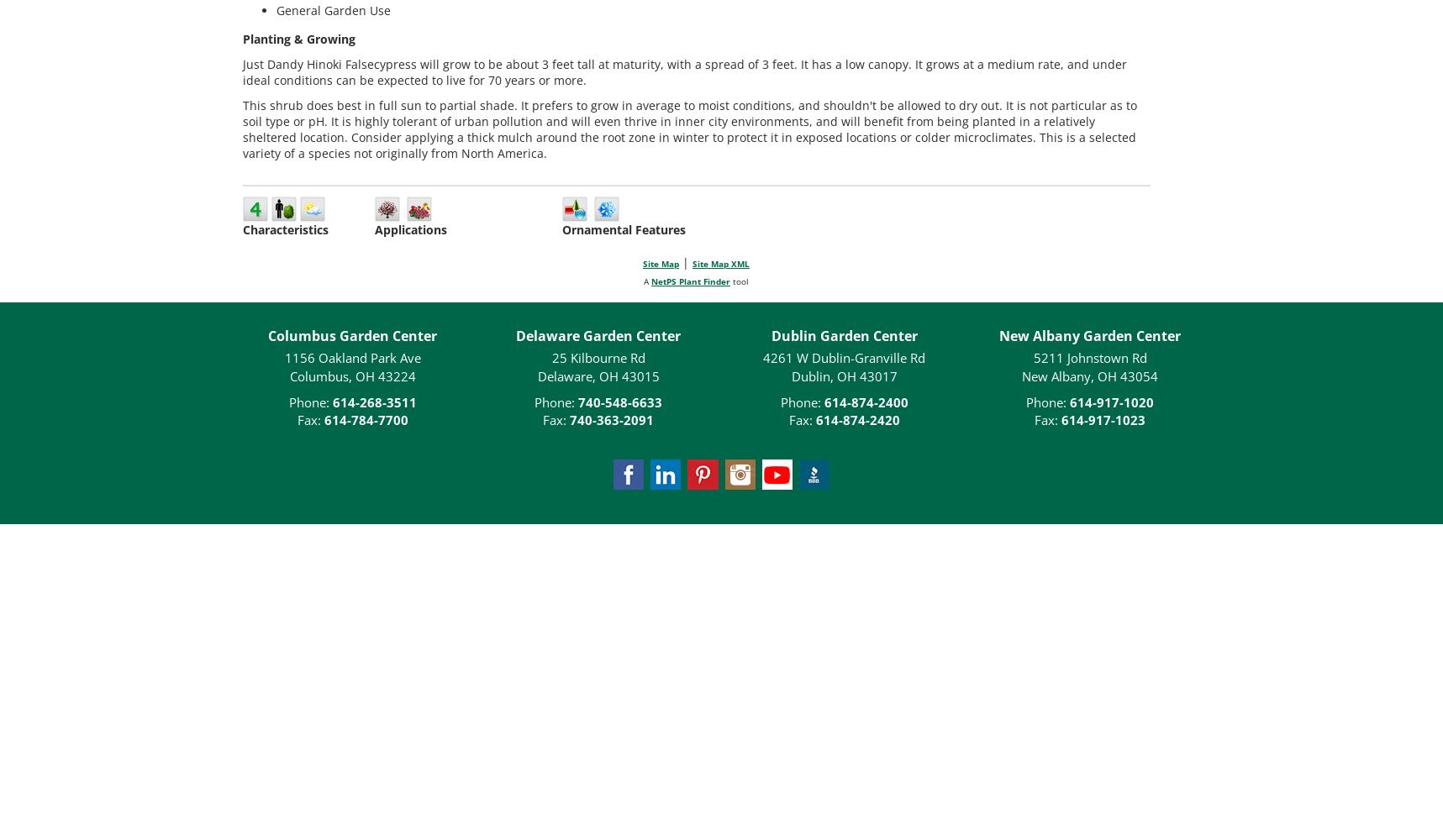 This screenshot has width=1443, height=840. Describe the element at coordinates (865, 402) in the screenshot. I see `'614-874-2400'` at that location.